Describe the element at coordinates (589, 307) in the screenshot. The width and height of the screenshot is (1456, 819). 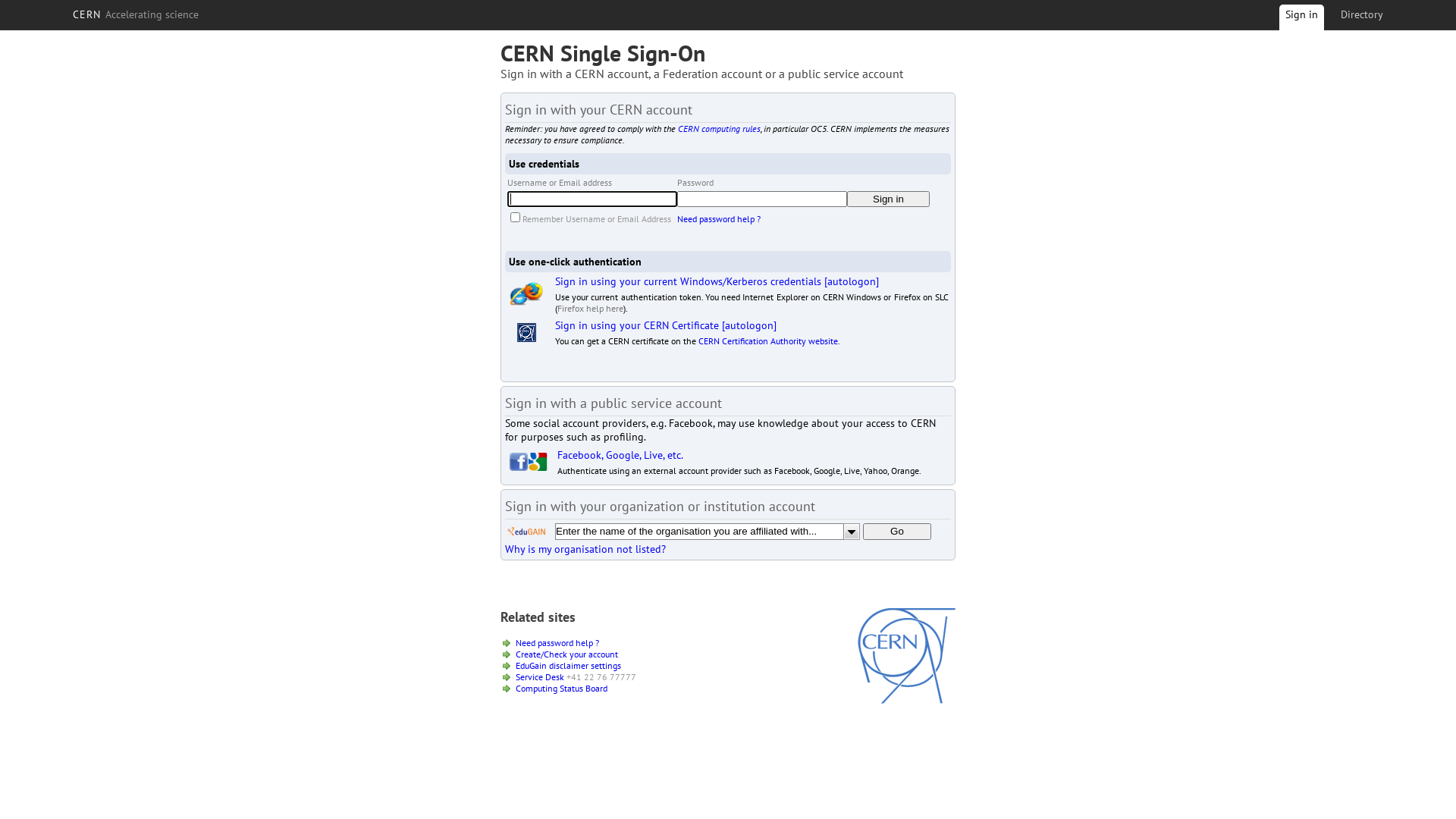
I see `'Firefox help here'` at that location.